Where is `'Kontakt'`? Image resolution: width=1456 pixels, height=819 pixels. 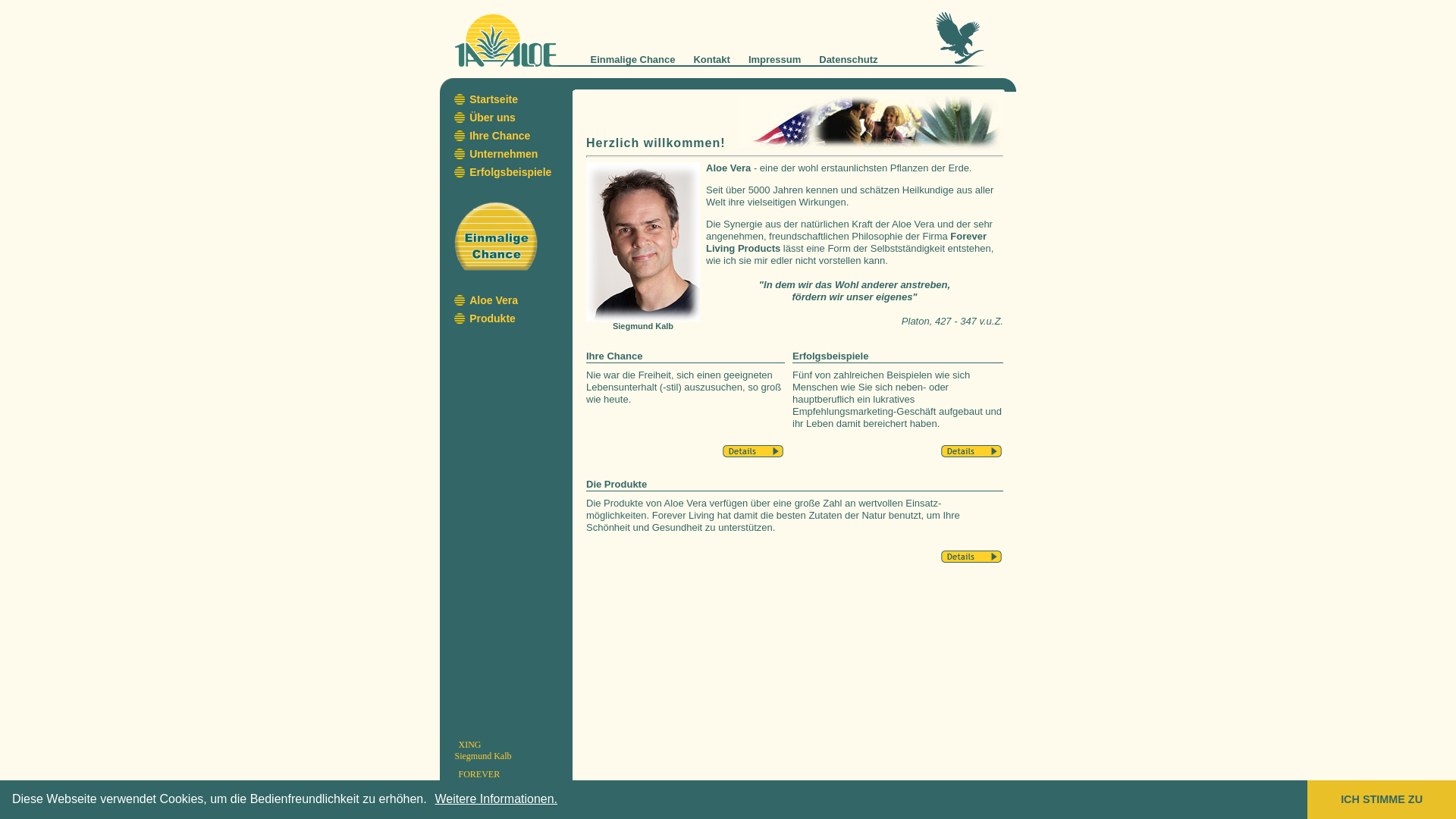
'Kontakt' is located at coordinates (710, 58).